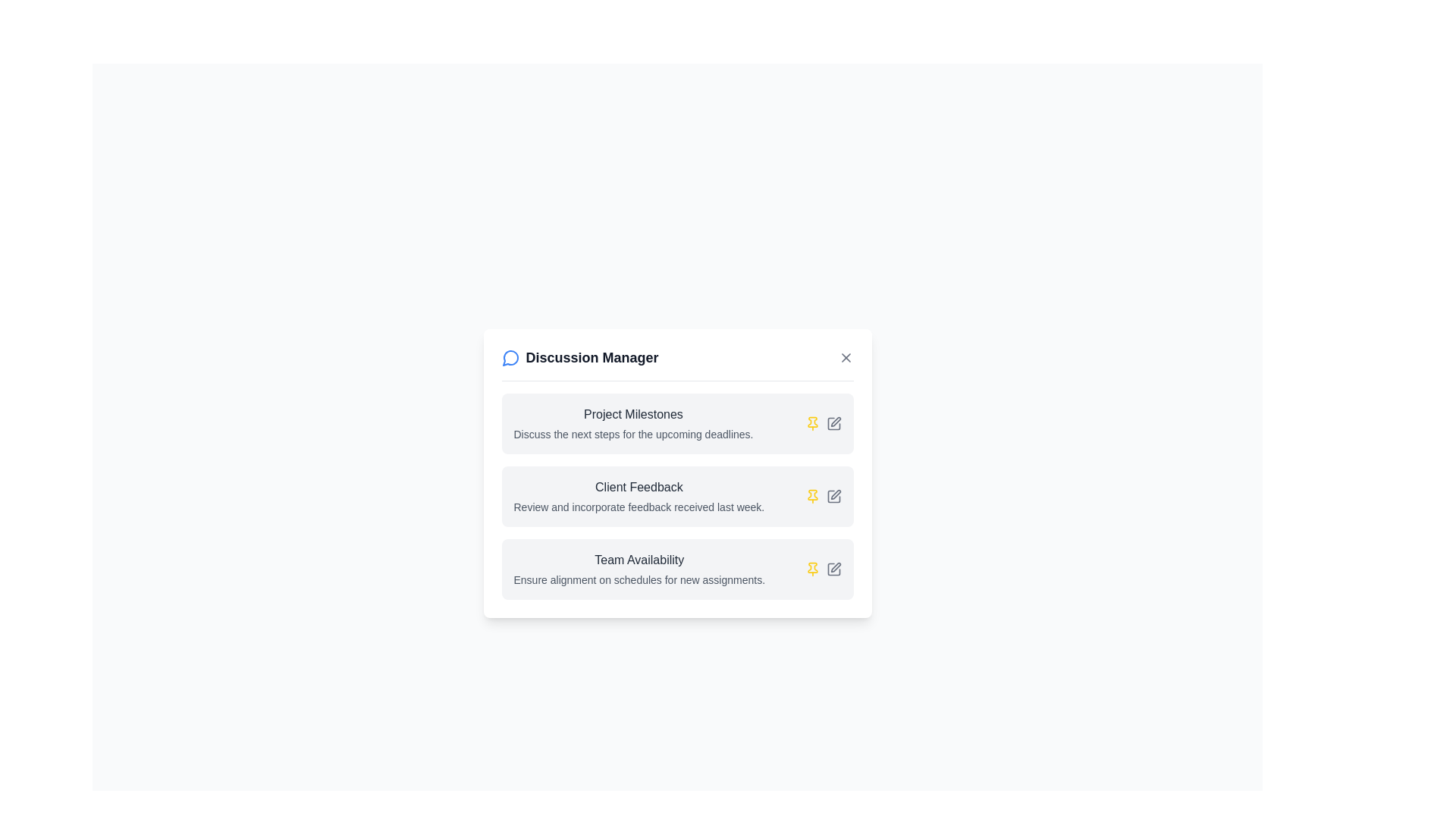 The width and height of the screenshot is (1456, 819). What do you see at coordinates (833, 423) in the screenshot?
I see `the pen-shaped icon button located at the top right corner of the 'Project Milestones' item in the 'Discussion Manager' to change its color from gray to blue` at bounding box center [833, 423].